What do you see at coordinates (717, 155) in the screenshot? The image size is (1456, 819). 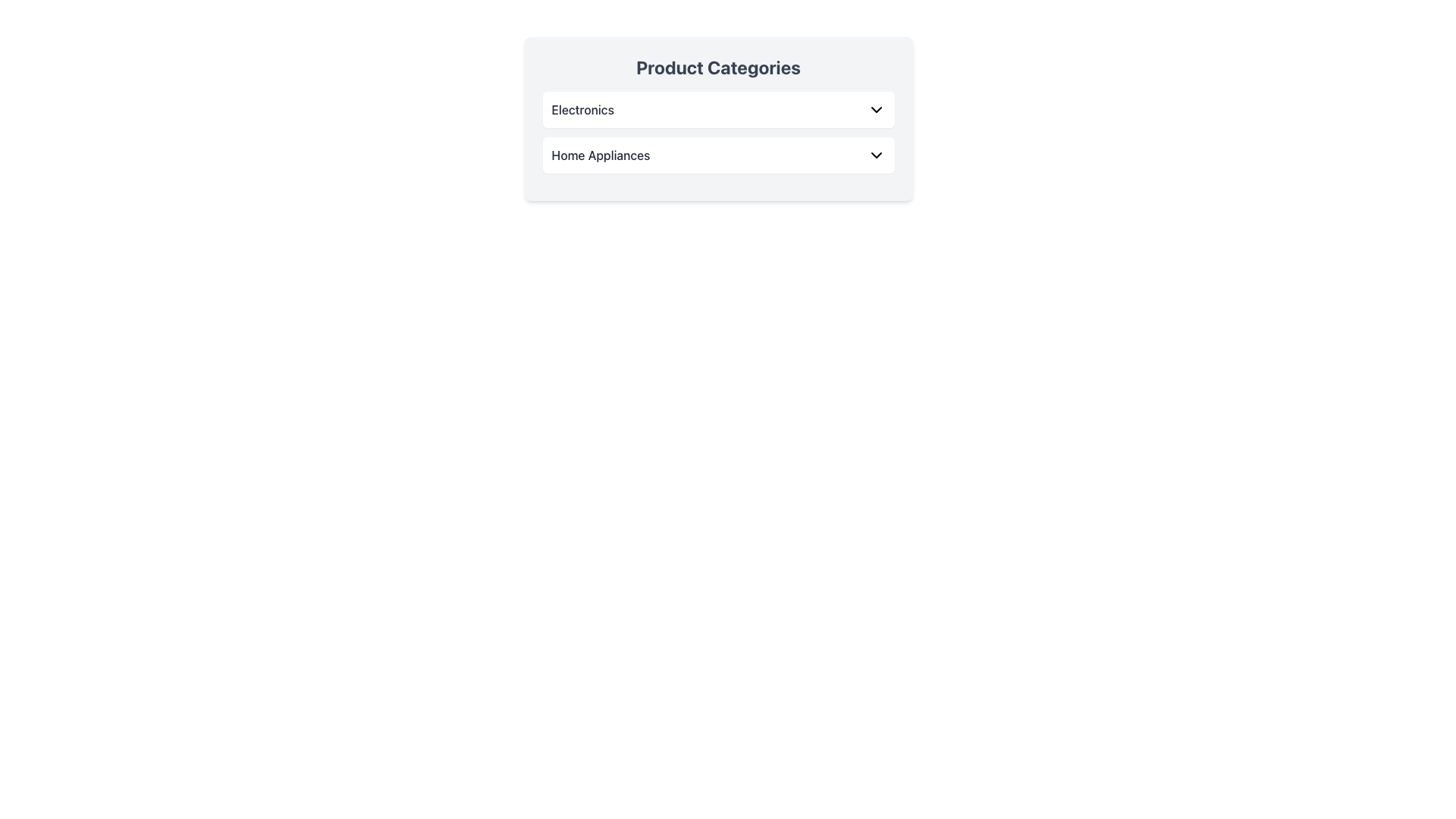 I see `the 'Home Appliances' dropdown menu item, which is the second item in the 'Product Categories' panel` at bounding box center [717, 155].